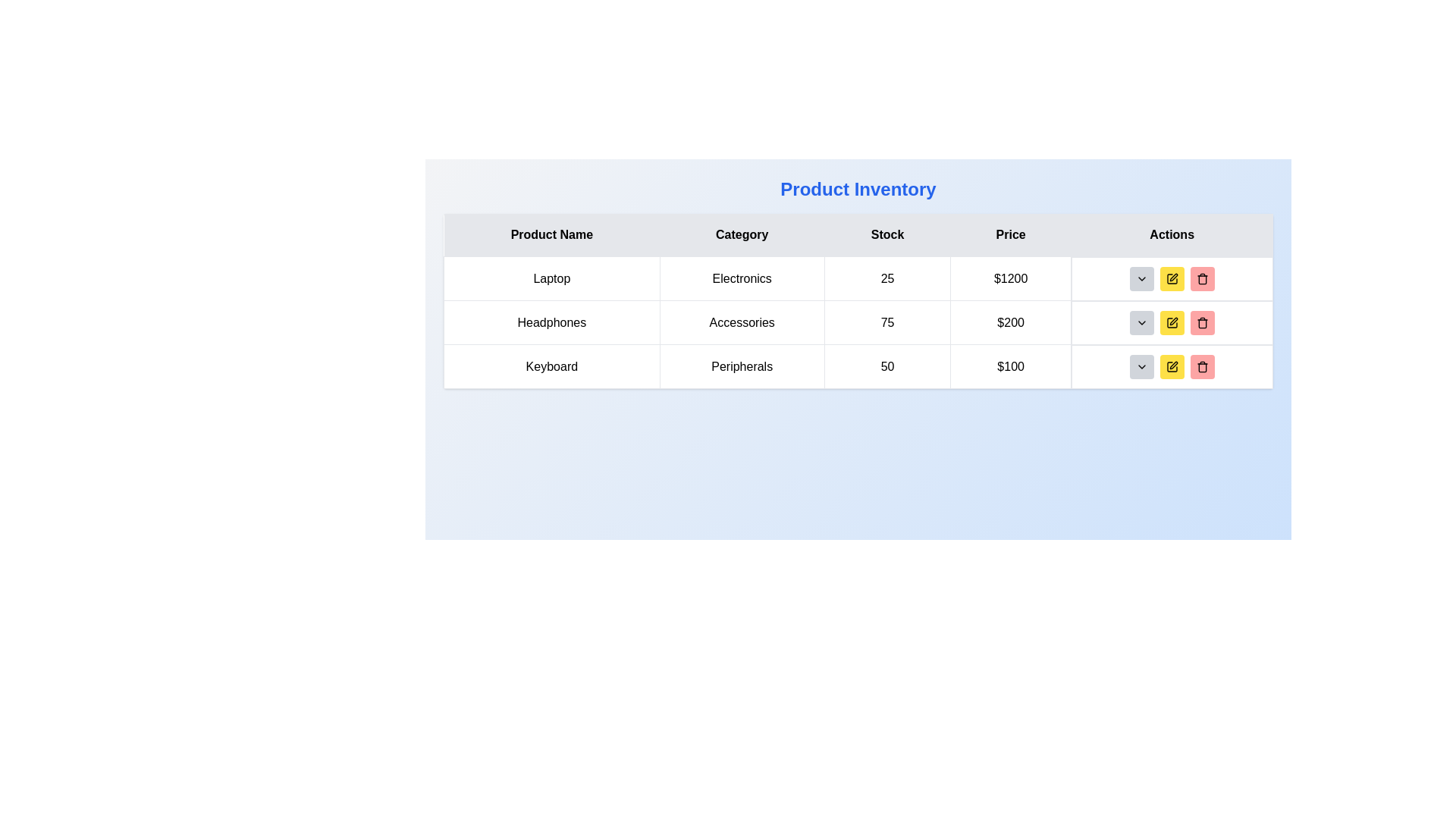 The image size is (1456, 819). What do you see at coordinates (887, 278) in the screenshot?
I see `the static text field displaying '25', which is located in the 'Stock' column of the table within the 'Laptop' row` at bounding box center [887, 278].